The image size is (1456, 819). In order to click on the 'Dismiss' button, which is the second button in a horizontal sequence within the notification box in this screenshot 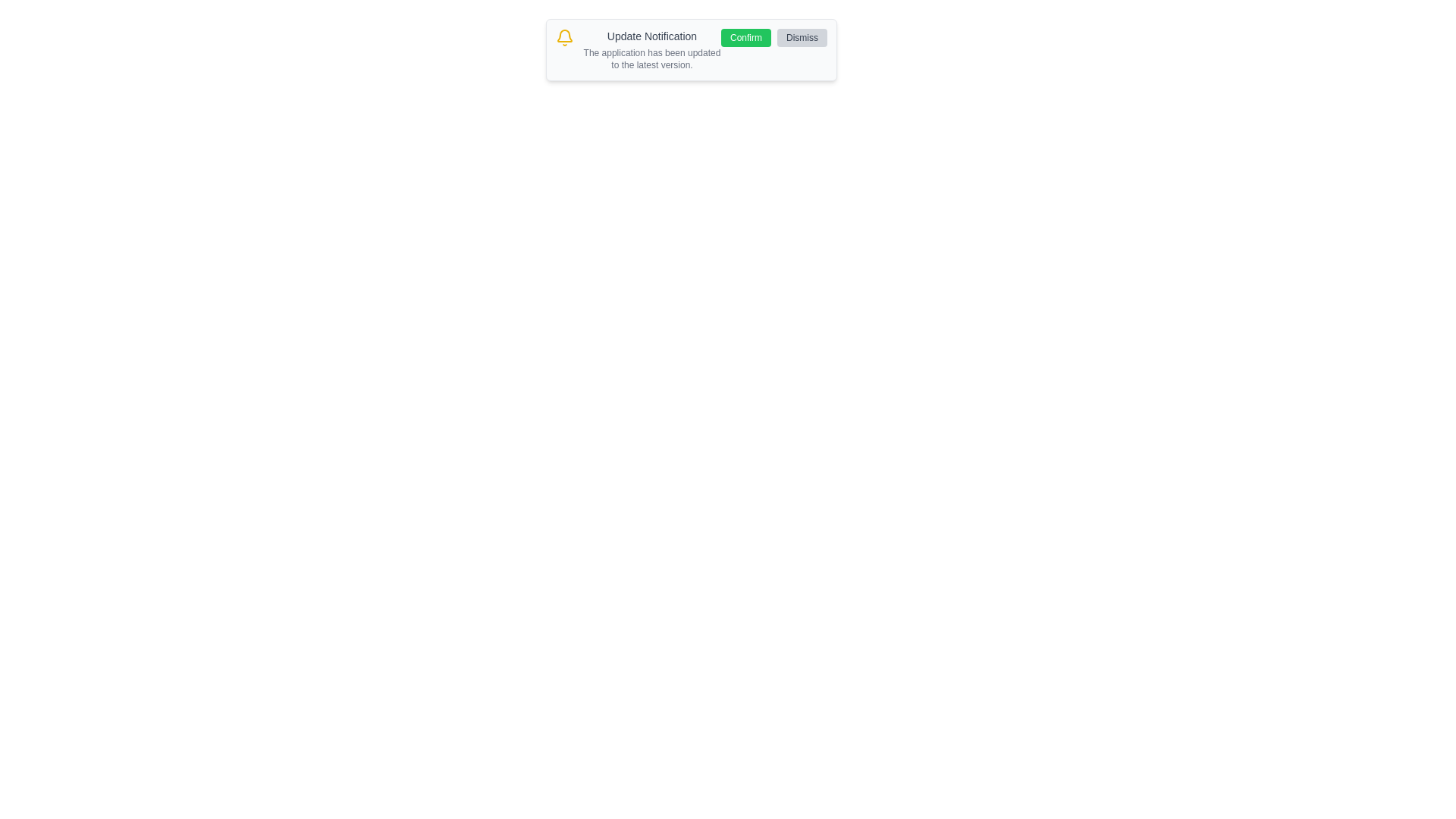, I will do `click(801, 37)`.